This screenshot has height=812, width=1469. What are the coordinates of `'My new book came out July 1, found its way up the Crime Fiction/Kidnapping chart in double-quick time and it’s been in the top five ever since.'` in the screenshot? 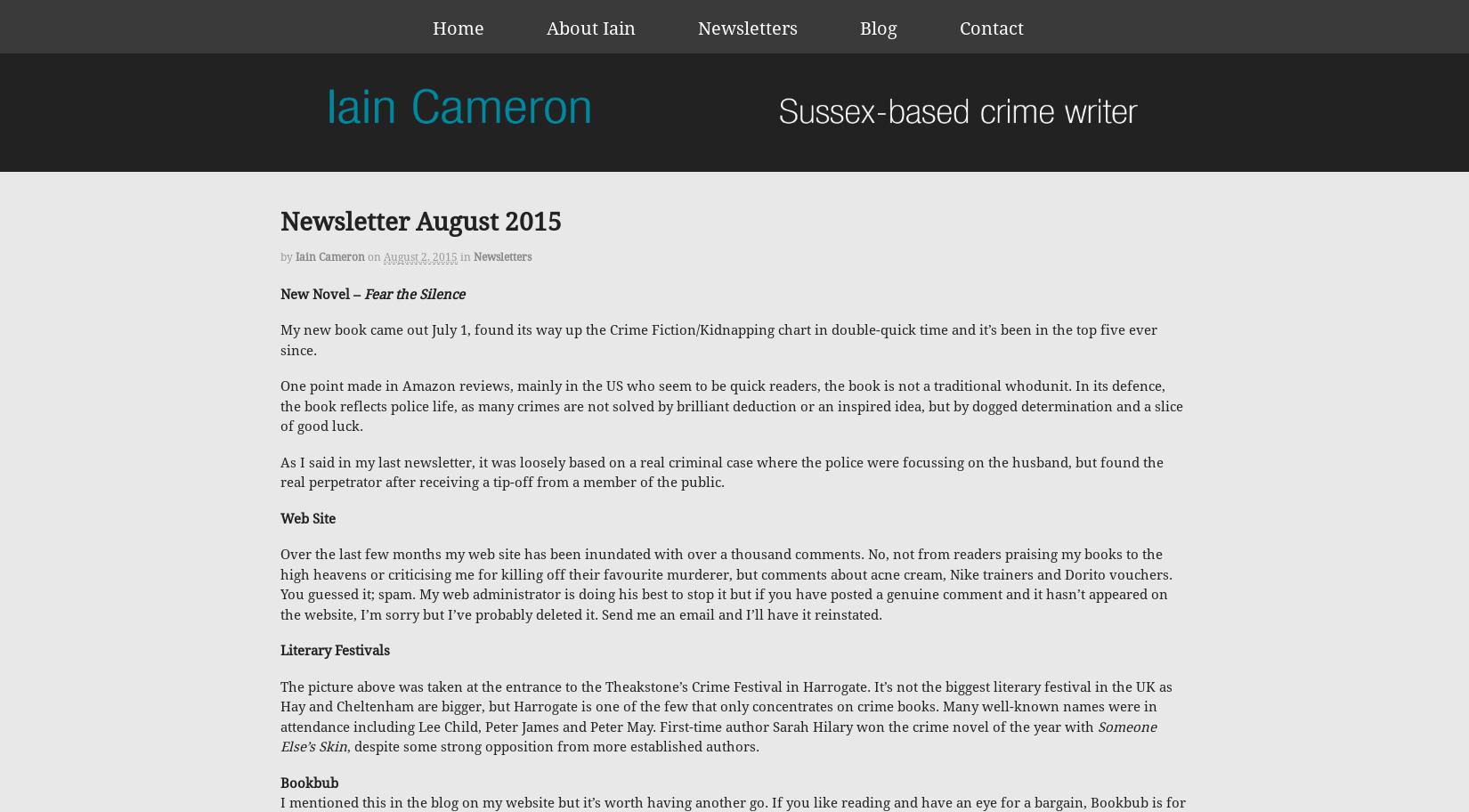 It's located at (718, 340).